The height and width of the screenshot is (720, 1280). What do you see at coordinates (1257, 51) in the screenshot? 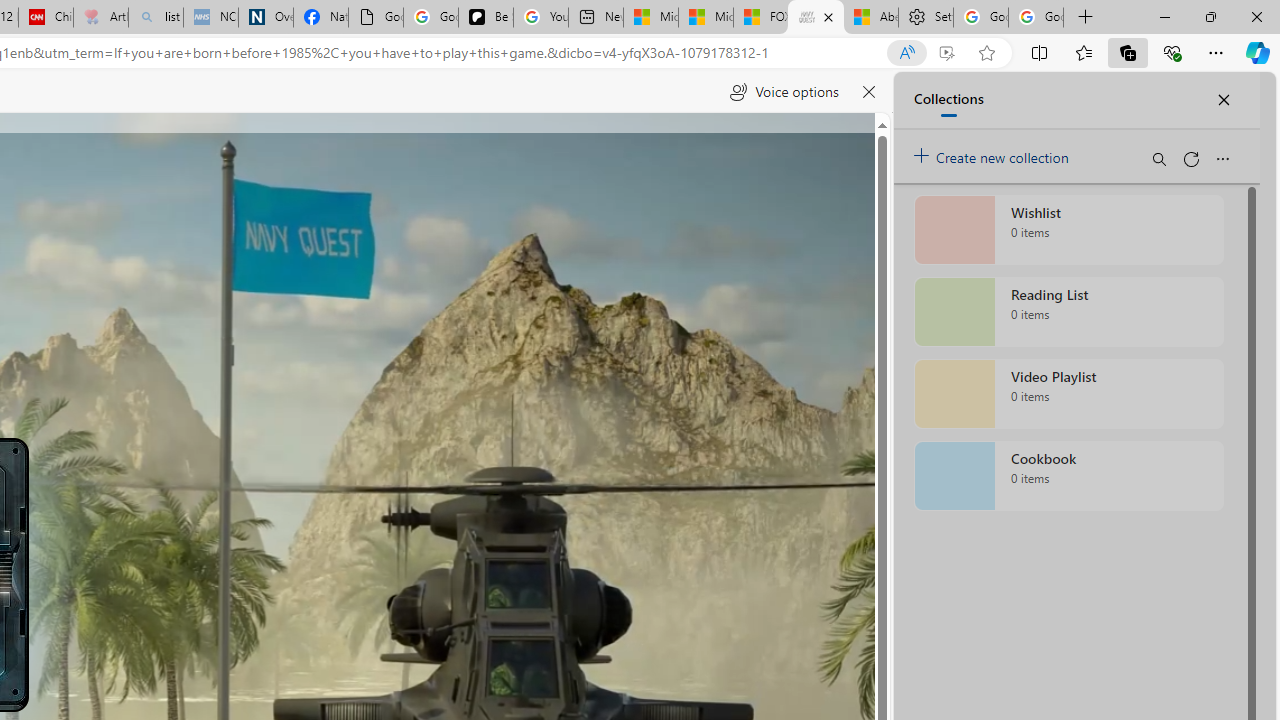
I see `'Copilot (Ctrl+Shift+.)'` at bounding box center [1257, 51].